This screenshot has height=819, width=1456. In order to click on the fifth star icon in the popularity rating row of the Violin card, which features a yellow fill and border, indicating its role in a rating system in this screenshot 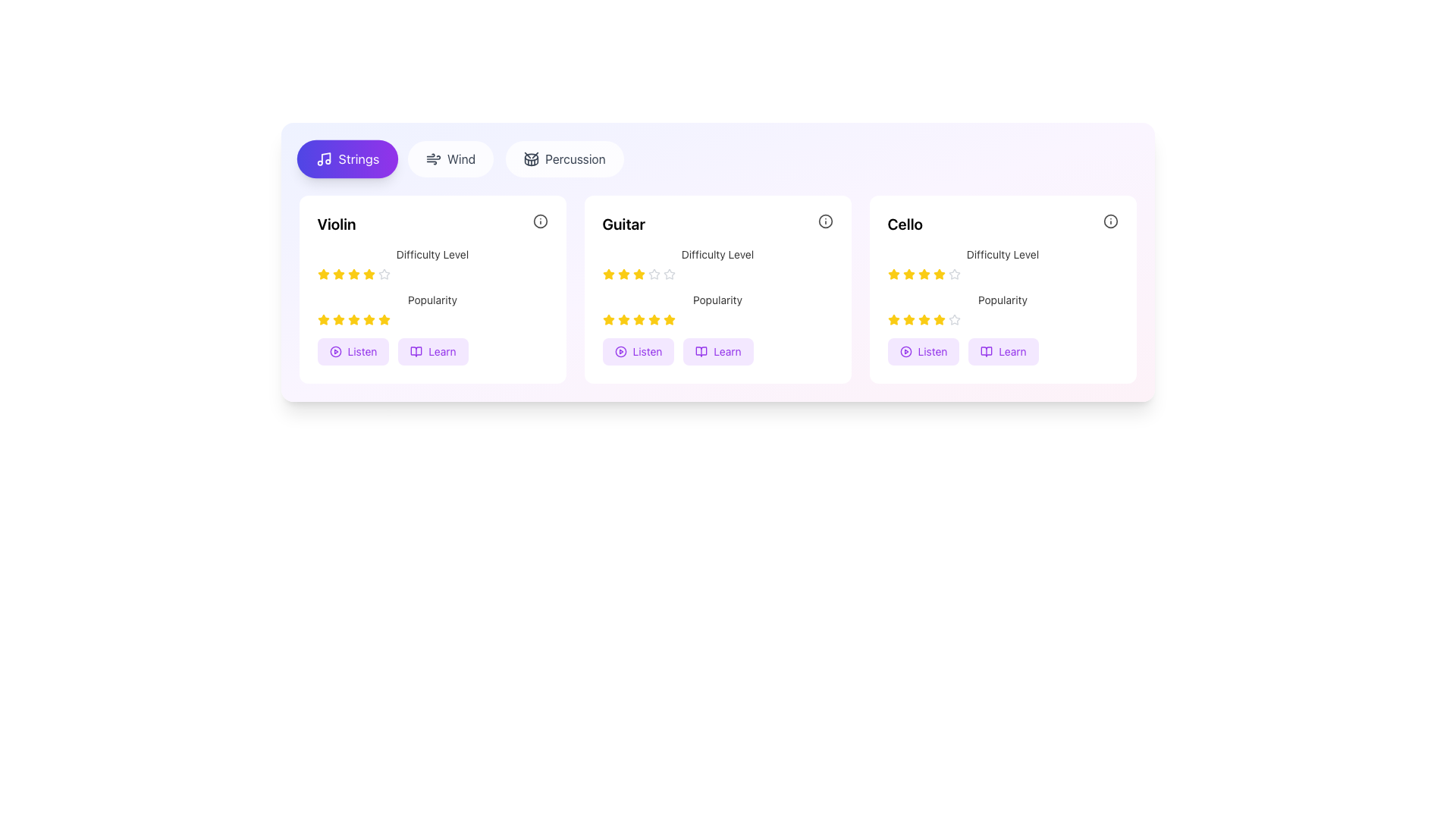, I will do `click(384, 318)`.